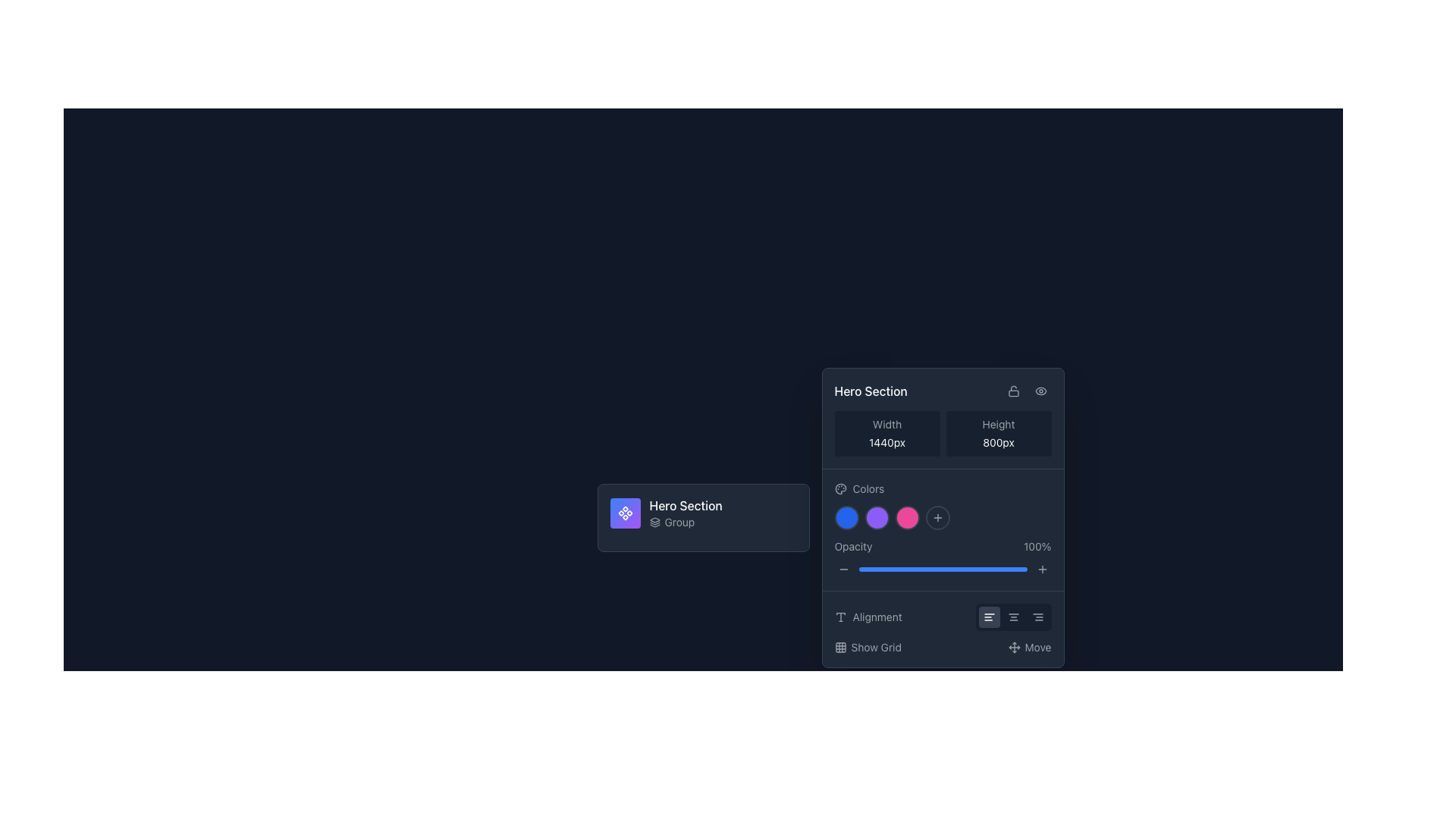 The width and height of the screenshot is (1456, 819). I want to click on the Text Display Unit that shows the height dimension of the 'Hero Section' component, located in the right-side panel titled 'Hero Section', so click(998, 433).